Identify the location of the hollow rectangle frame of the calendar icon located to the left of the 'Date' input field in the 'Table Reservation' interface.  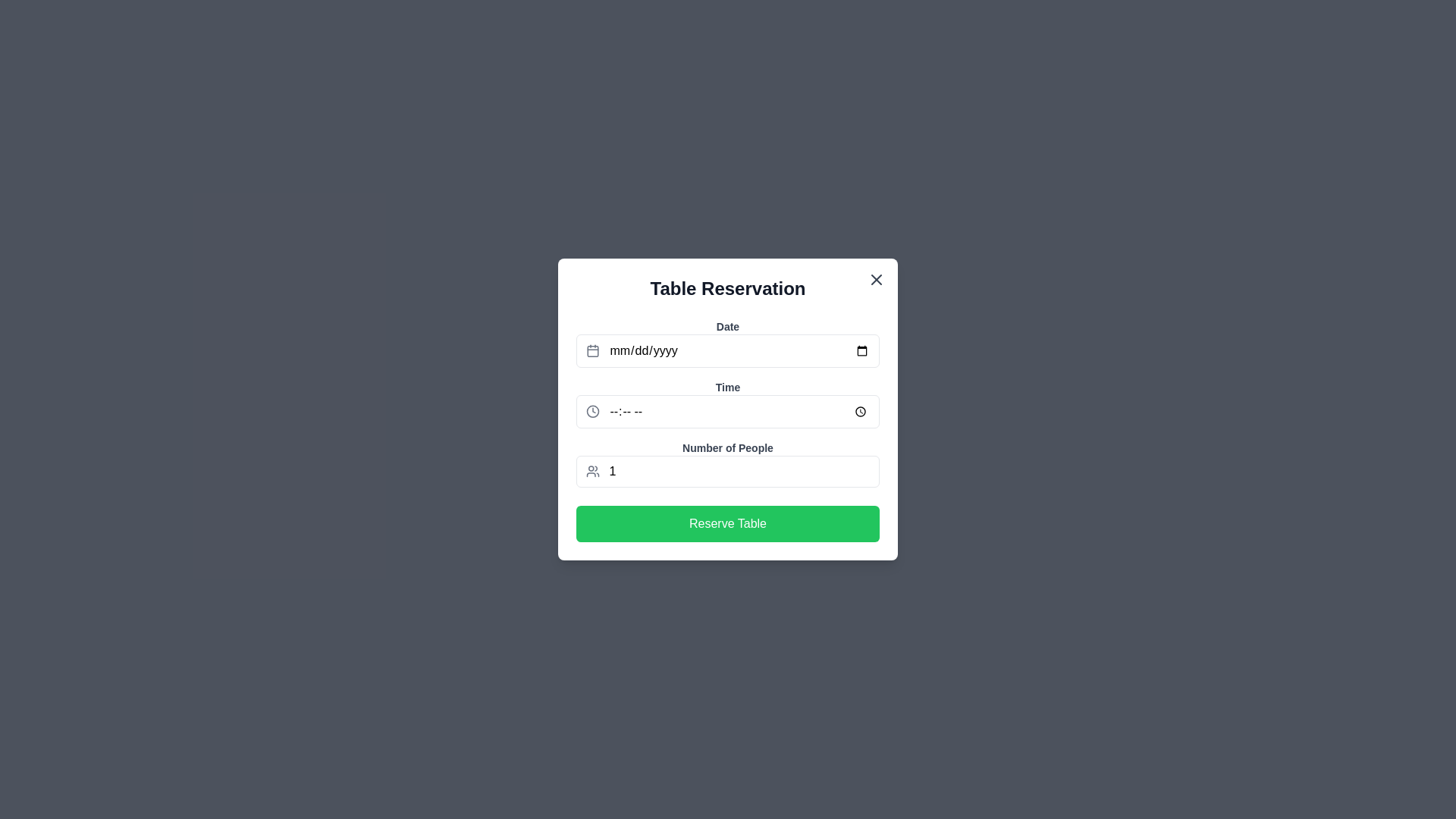
(592, 351).